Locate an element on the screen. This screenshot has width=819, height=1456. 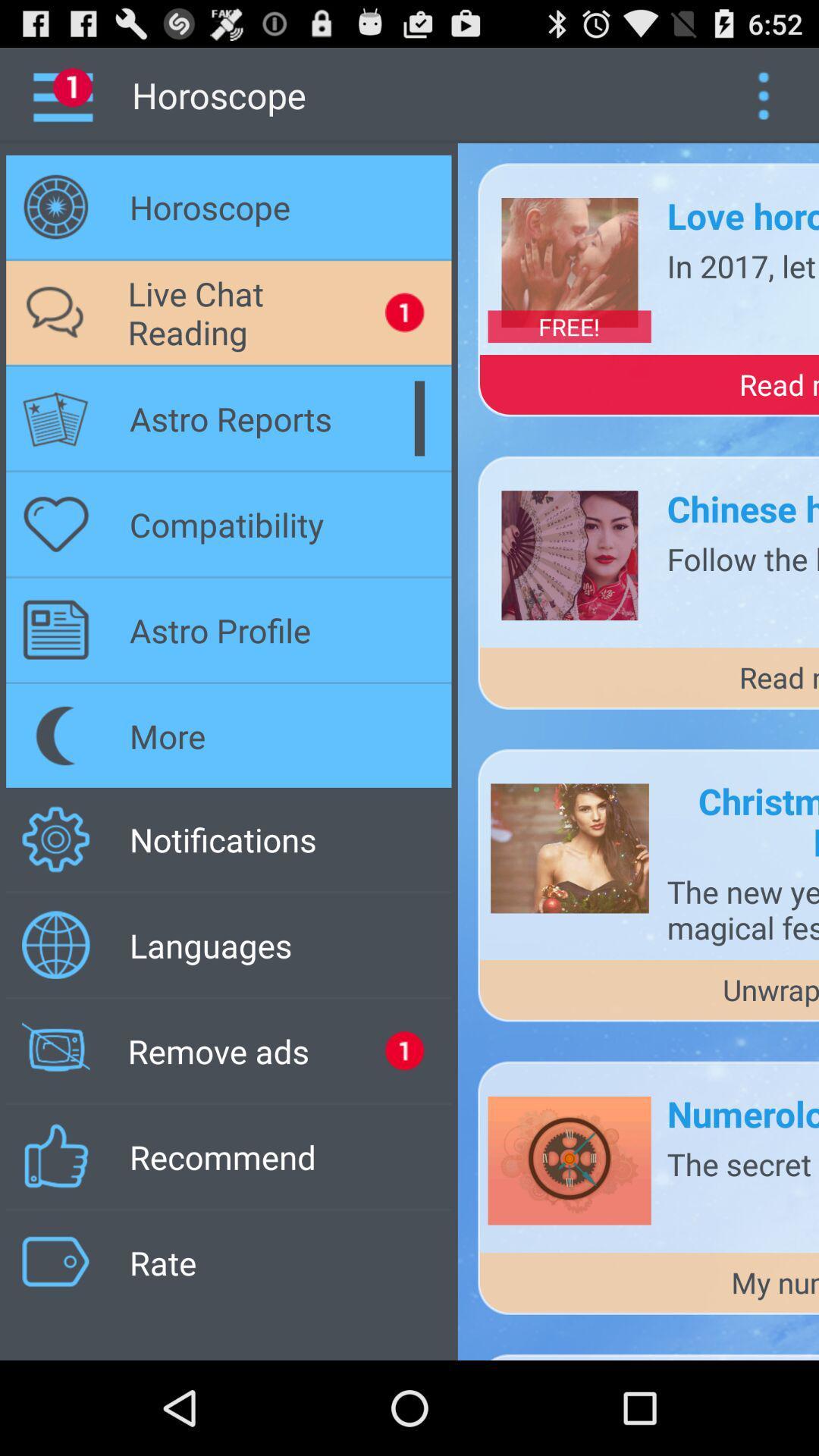
show the menu is located at coordinates (763, 94).